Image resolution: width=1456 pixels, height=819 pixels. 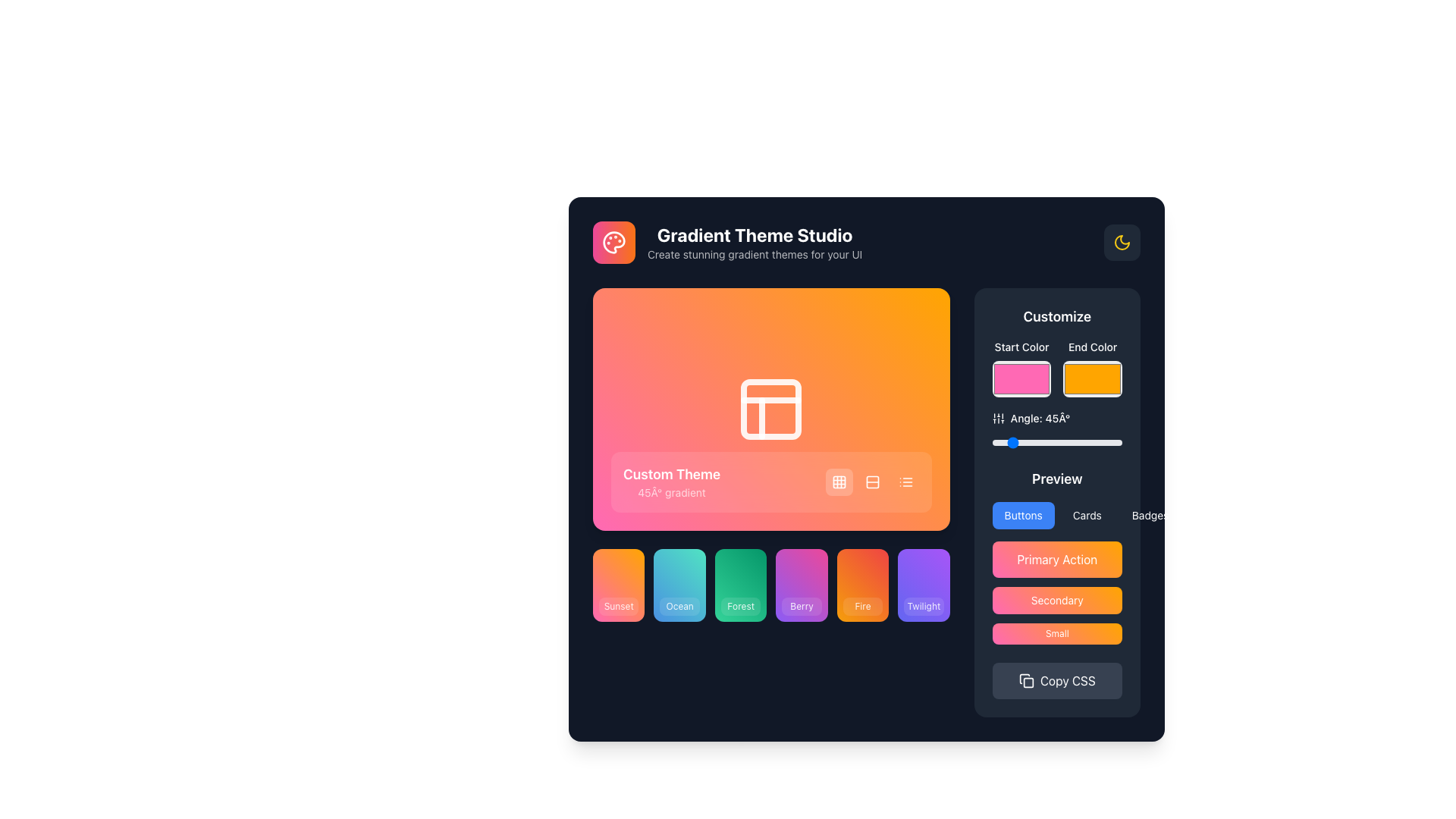 I want to click on the second square button with a two-row grid layout icon located in the 'Custom Theme' section, so click(x=872, y=482).